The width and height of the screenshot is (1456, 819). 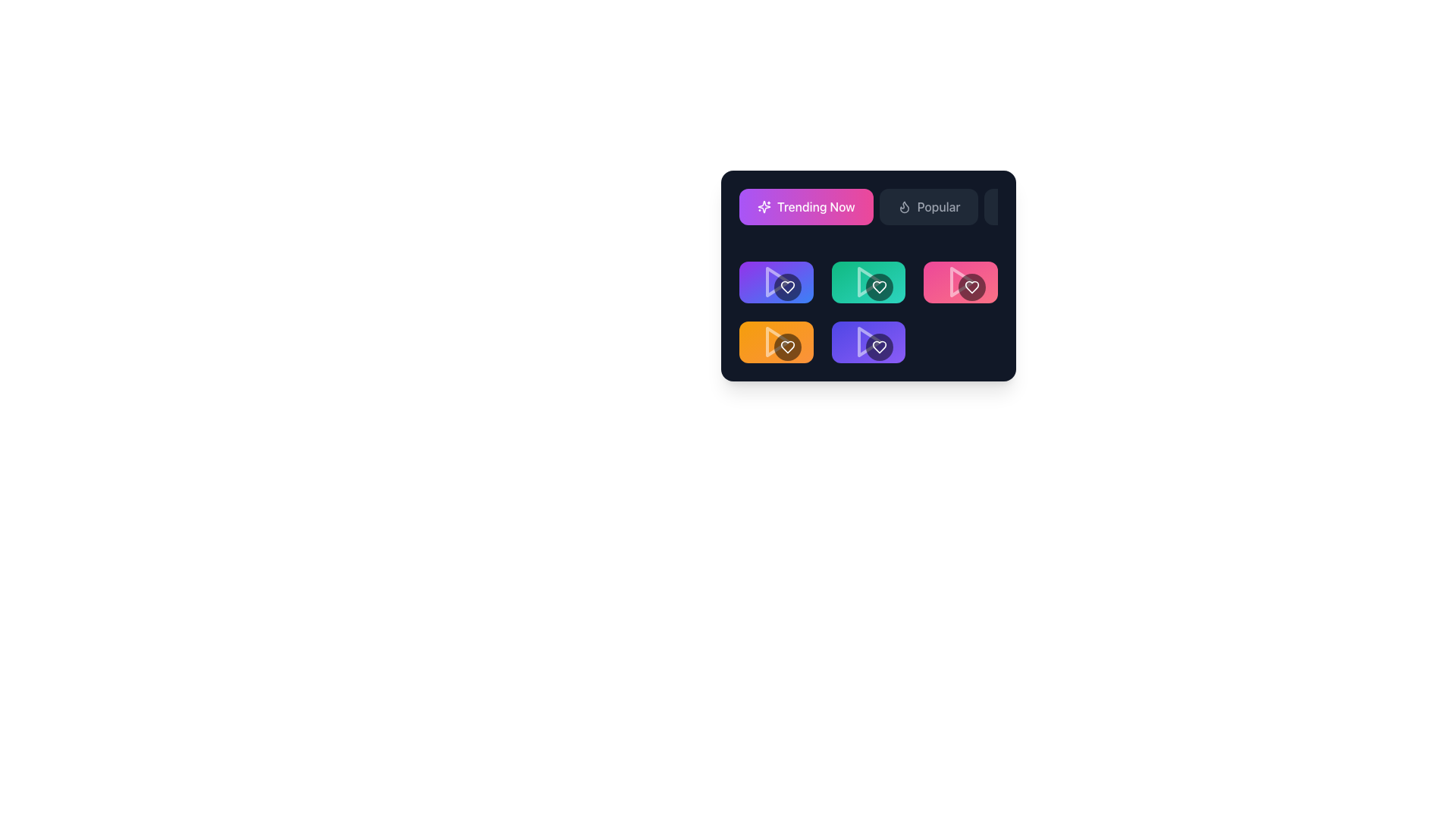 I want to click on the play button icon located in the top-right card of the grid, which is pink and represents play functionality, so click(x=962, y=282).